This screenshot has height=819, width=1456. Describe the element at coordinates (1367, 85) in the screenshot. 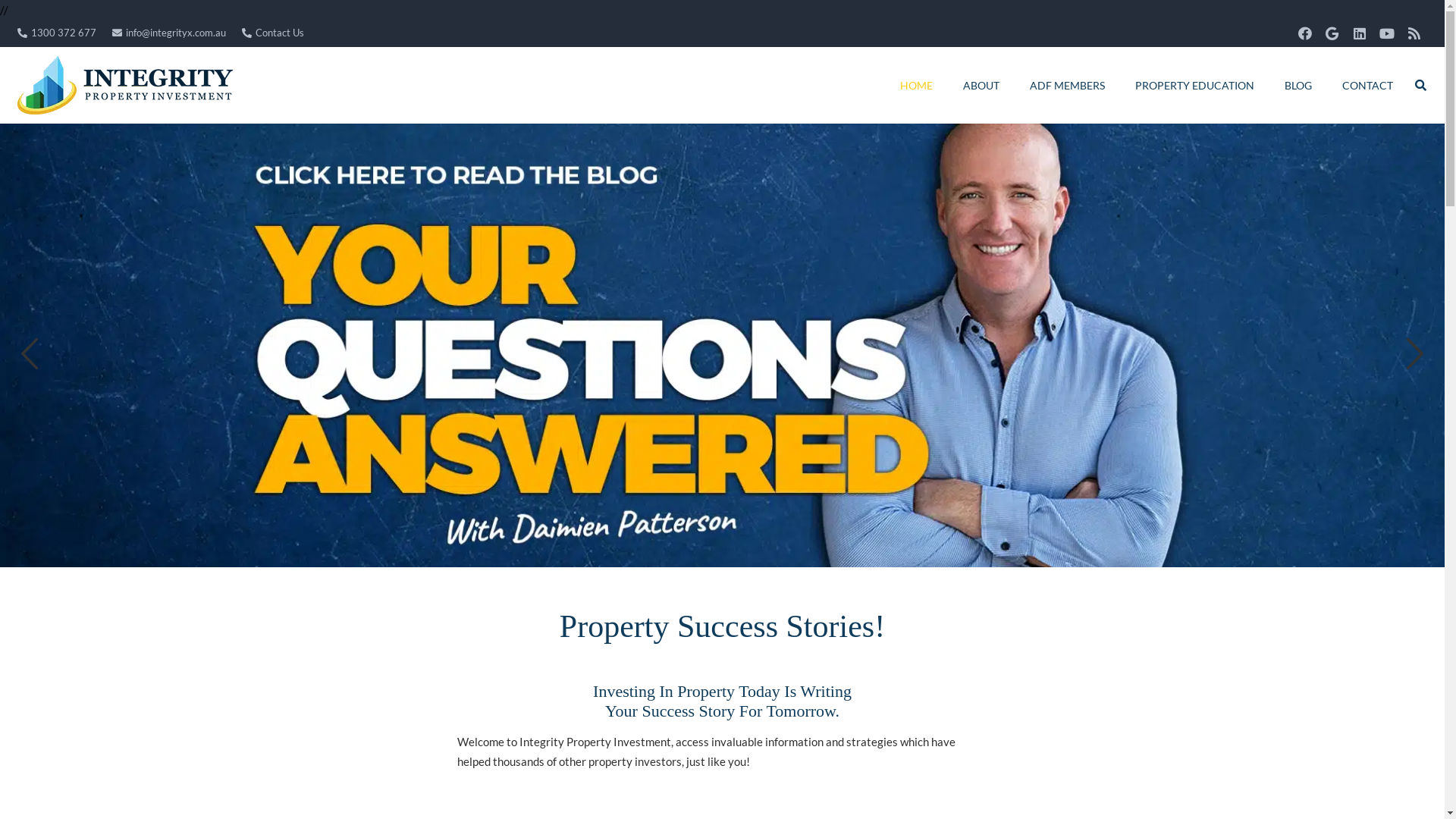

I see `'CONTACT'` at that location.